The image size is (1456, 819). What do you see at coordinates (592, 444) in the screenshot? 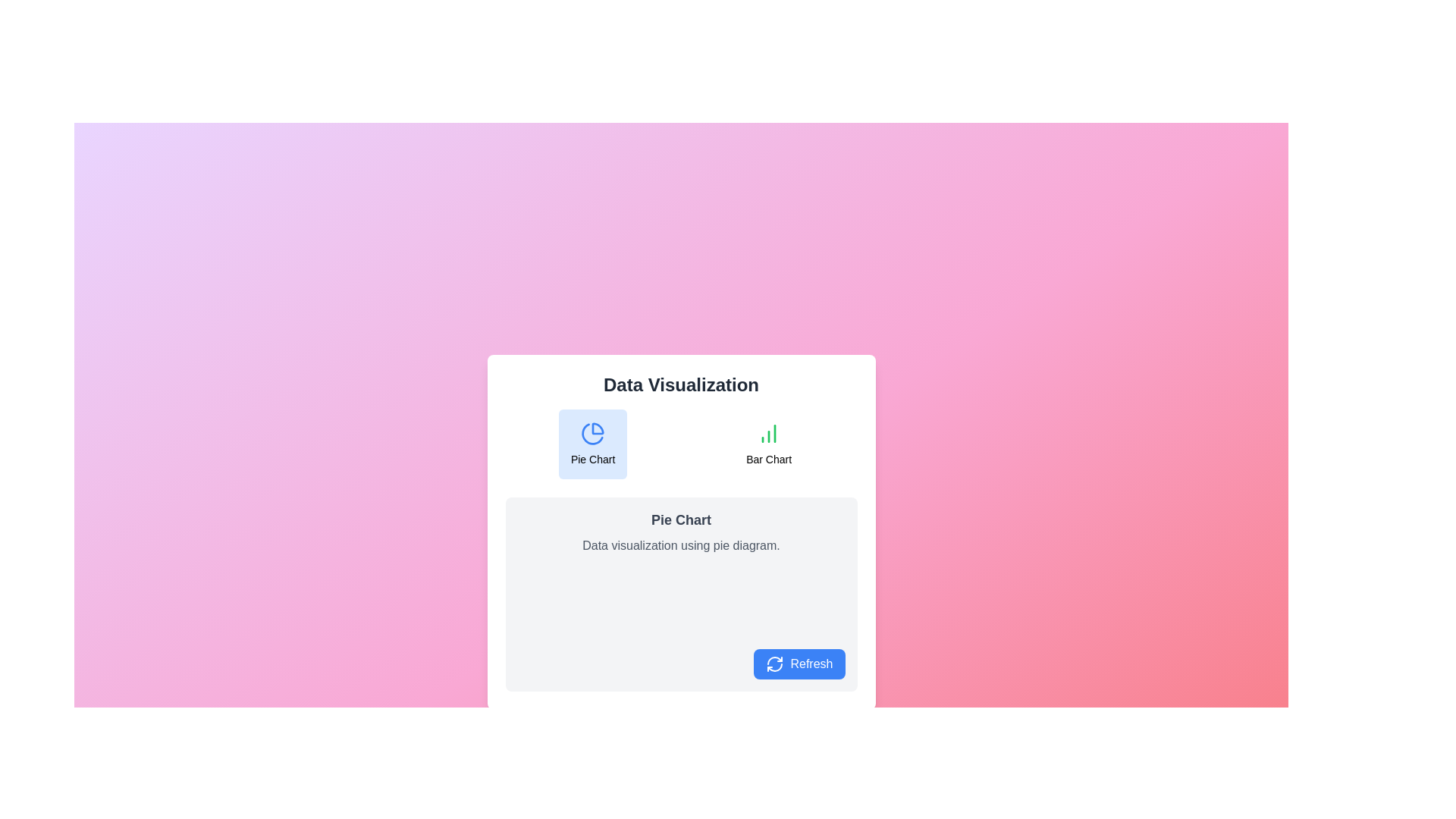
I see `the 'Pie Chart' button-like selectable element with a light blue background and a pie chart icon at the top center` at bounding box center [592, 444].